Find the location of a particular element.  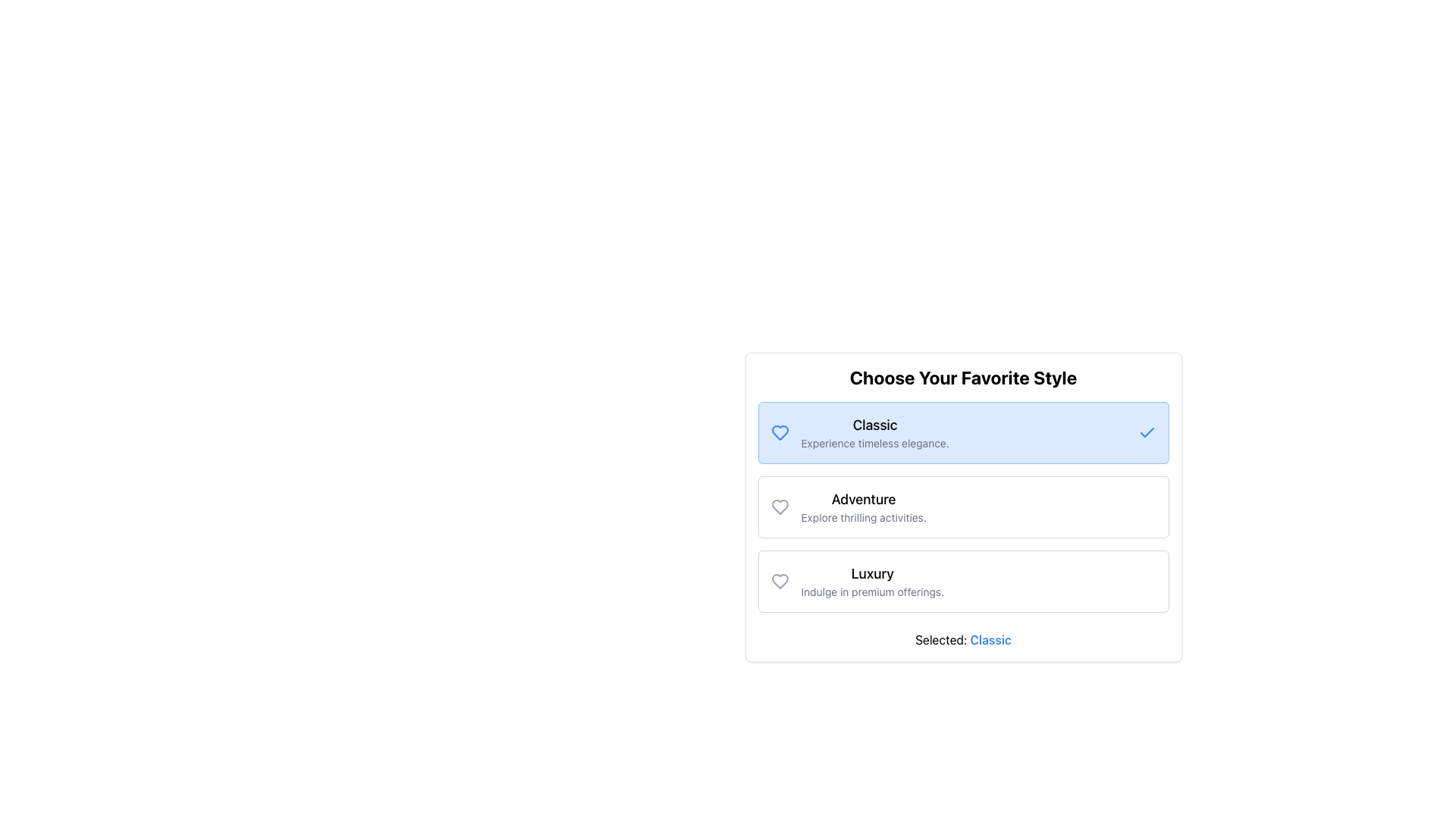

the heart-shaped icon outlined in blue, representing the favoriting functionality, located in the 'Choose Your Favorite Style' selection list under the 'Classic' option is located at coordinates (780, 432).